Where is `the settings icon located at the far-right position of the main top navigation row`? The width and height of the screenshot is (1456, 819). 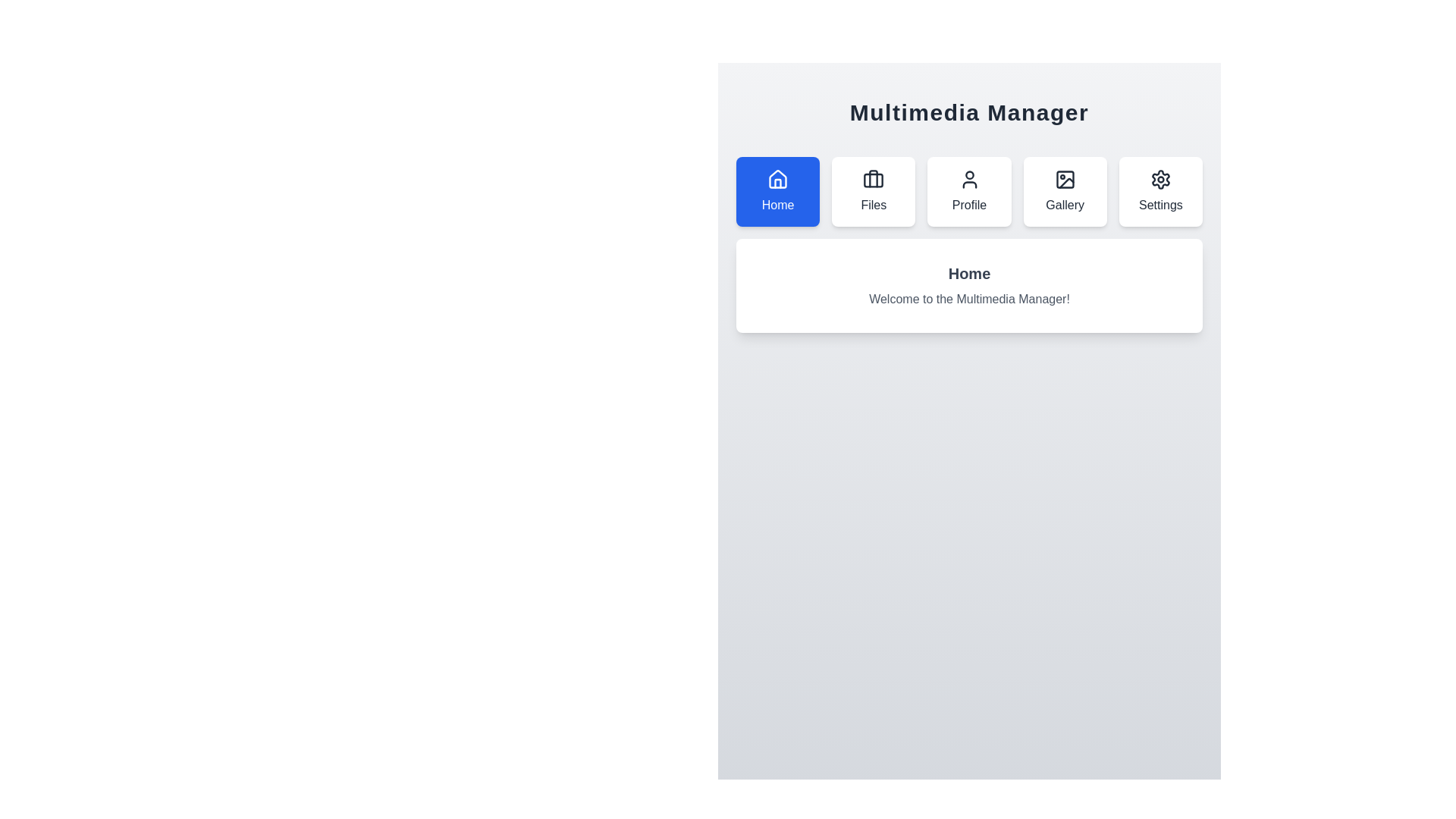
the settings icon located at the far-right position of the main top navigation row is located at coordinates (1159, 178).